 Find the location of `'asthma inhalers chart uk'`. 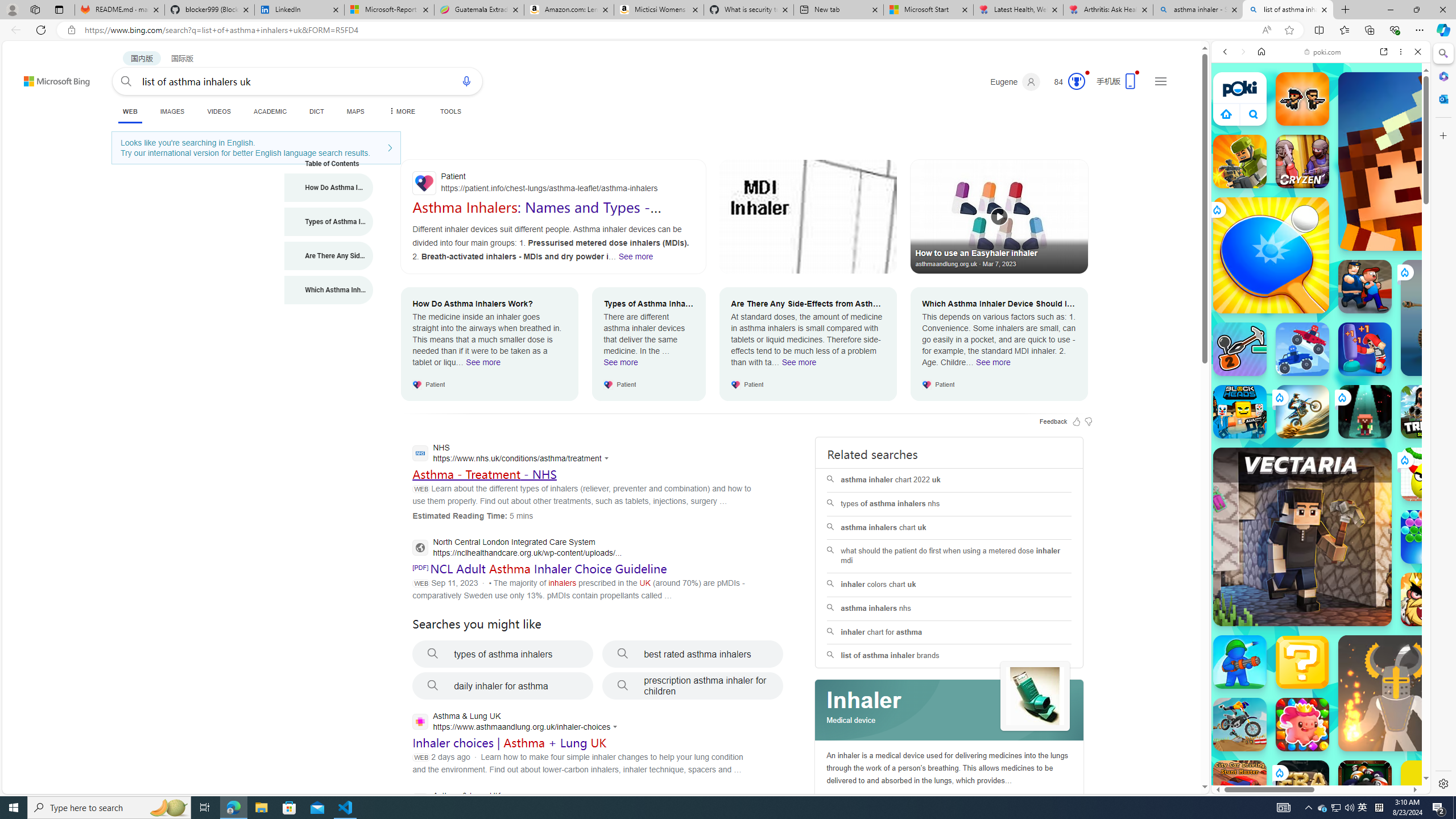

'asthma inhalers chart uk' is located at coordinates (949, 527).